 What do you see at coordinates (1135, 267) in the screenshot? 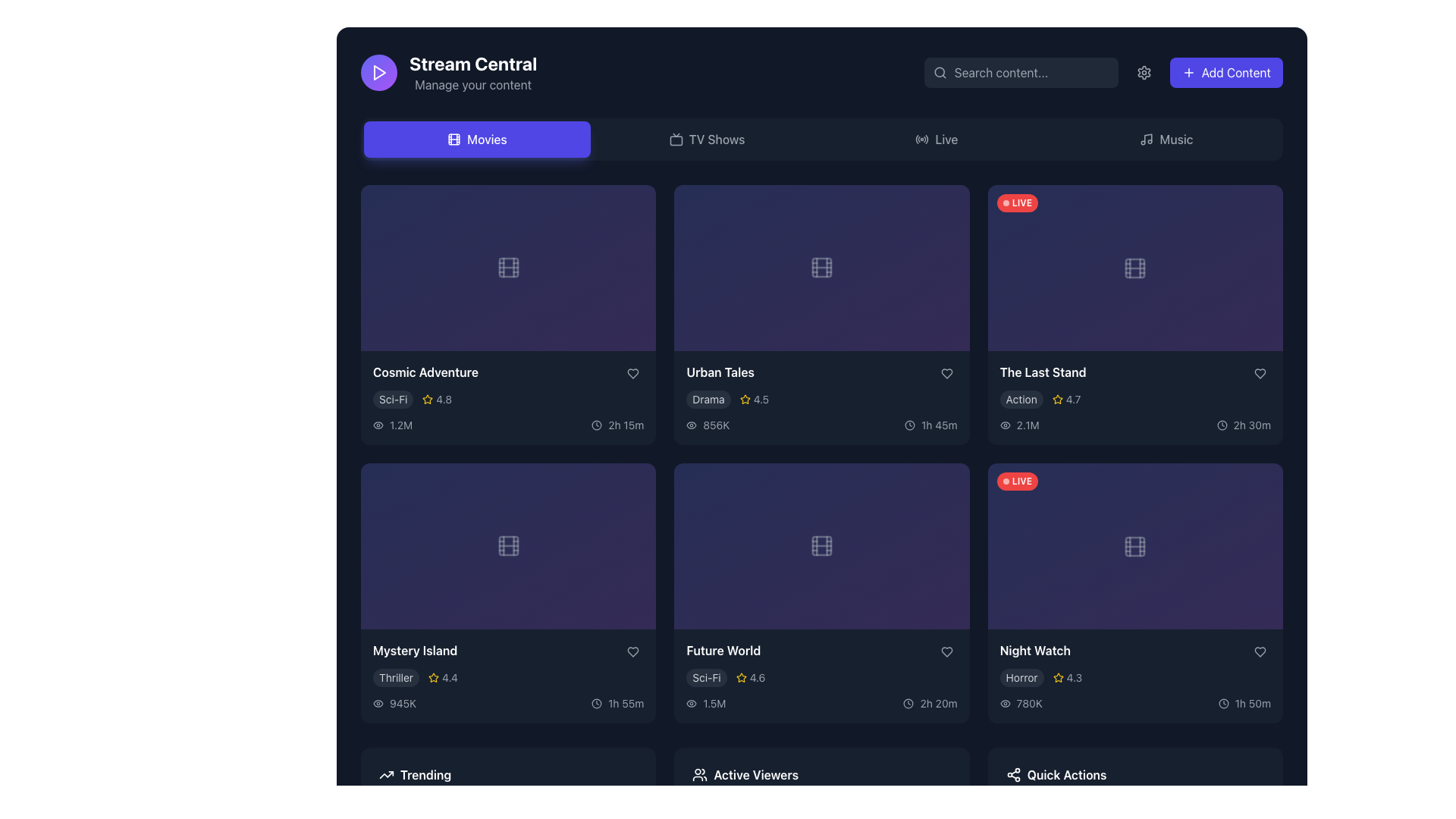
I see `on the 'LIVE' Content Card located in the top-right corner of the grid layout under the 'Movies' tab, which is the fourth card in the grid` at bounding box center [1135, 267].